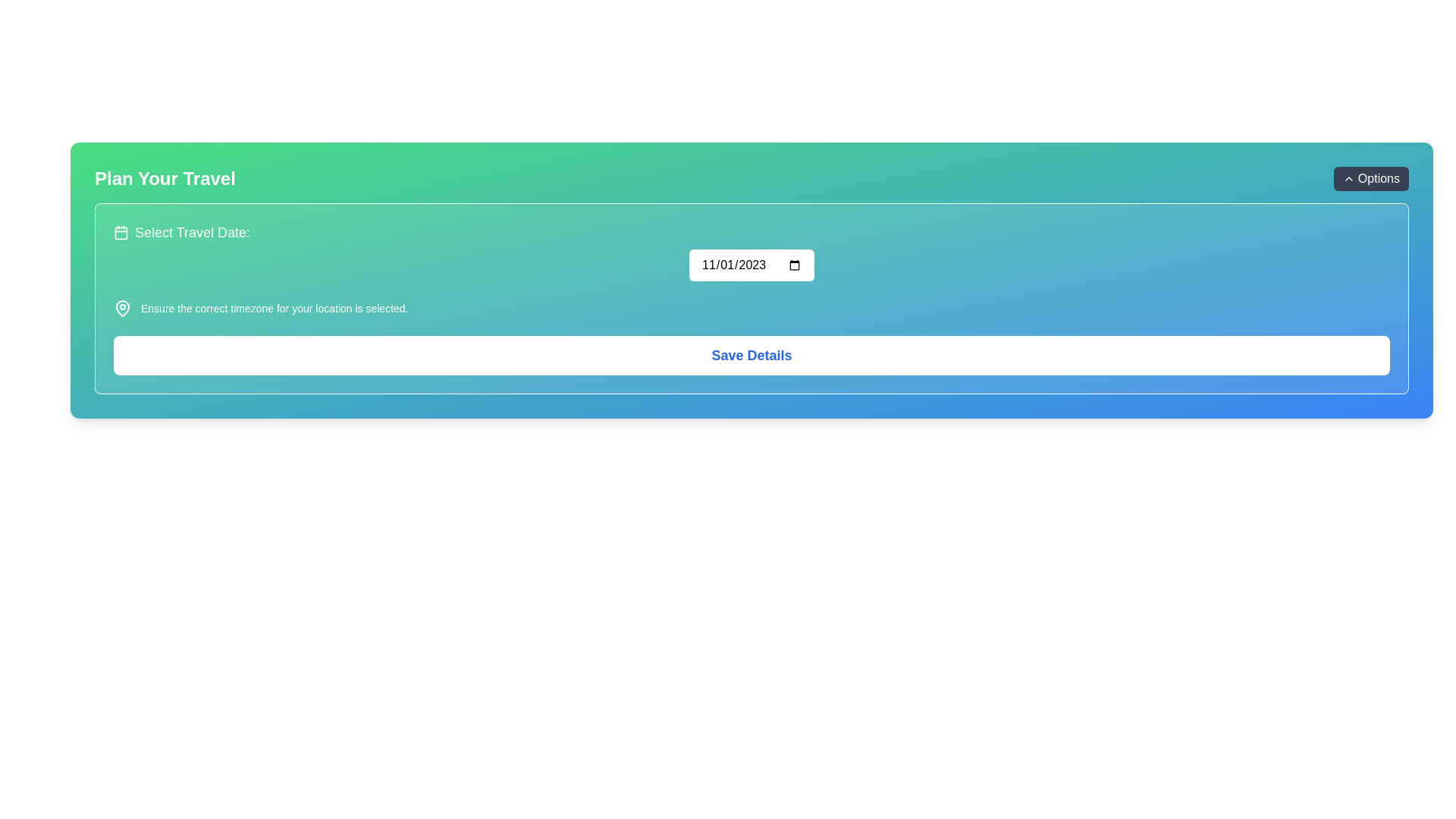 The image size is (1456, 819). Describe the element at coordinates (1348, 177) in the screenshot. I see `the state change of the upward-pointing chevron icon located within the 'Options' button at the top-right corner of the card component` at that location.